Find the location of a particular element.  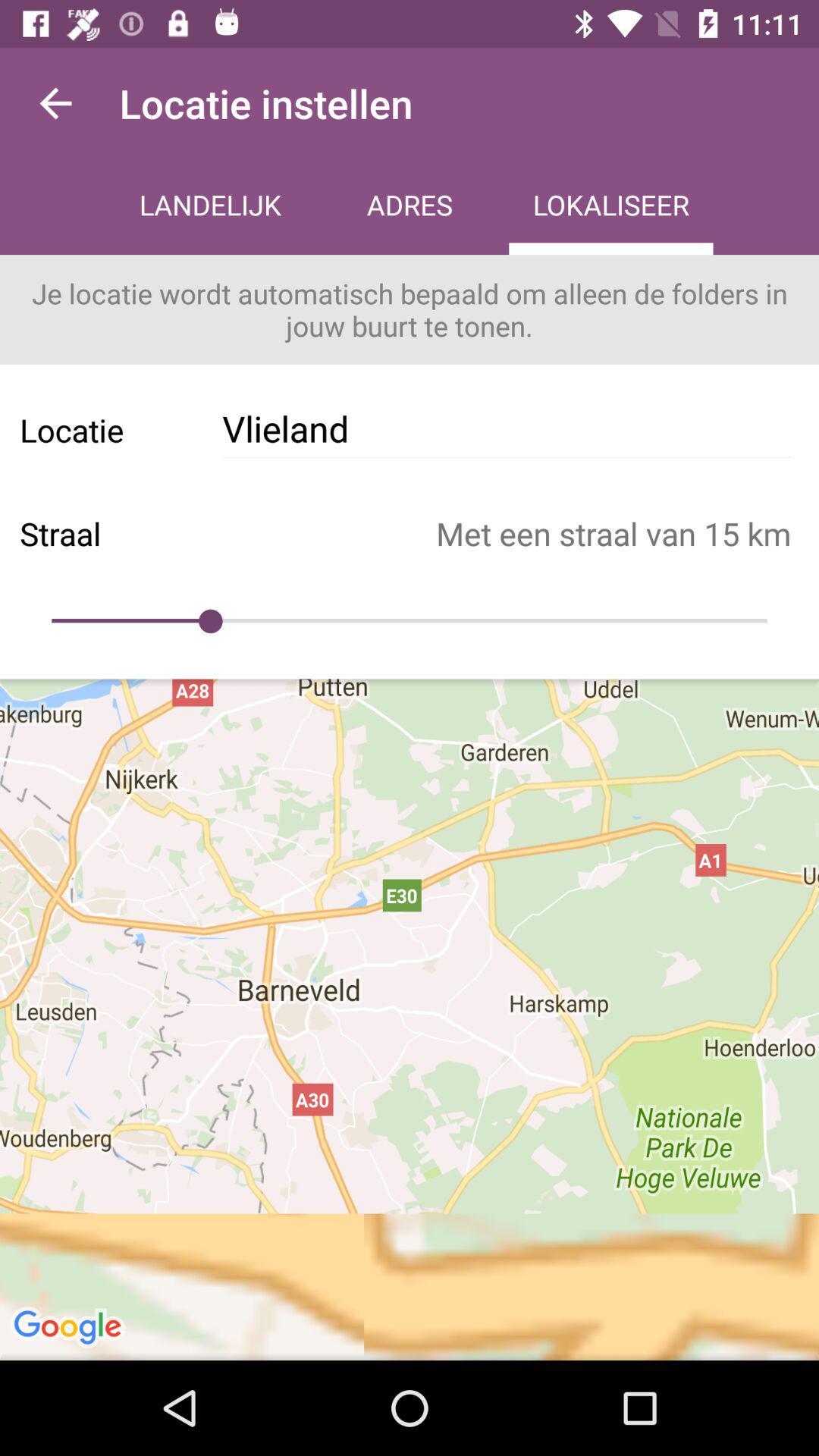

landelijk icon is located at coordinates (210, 206).